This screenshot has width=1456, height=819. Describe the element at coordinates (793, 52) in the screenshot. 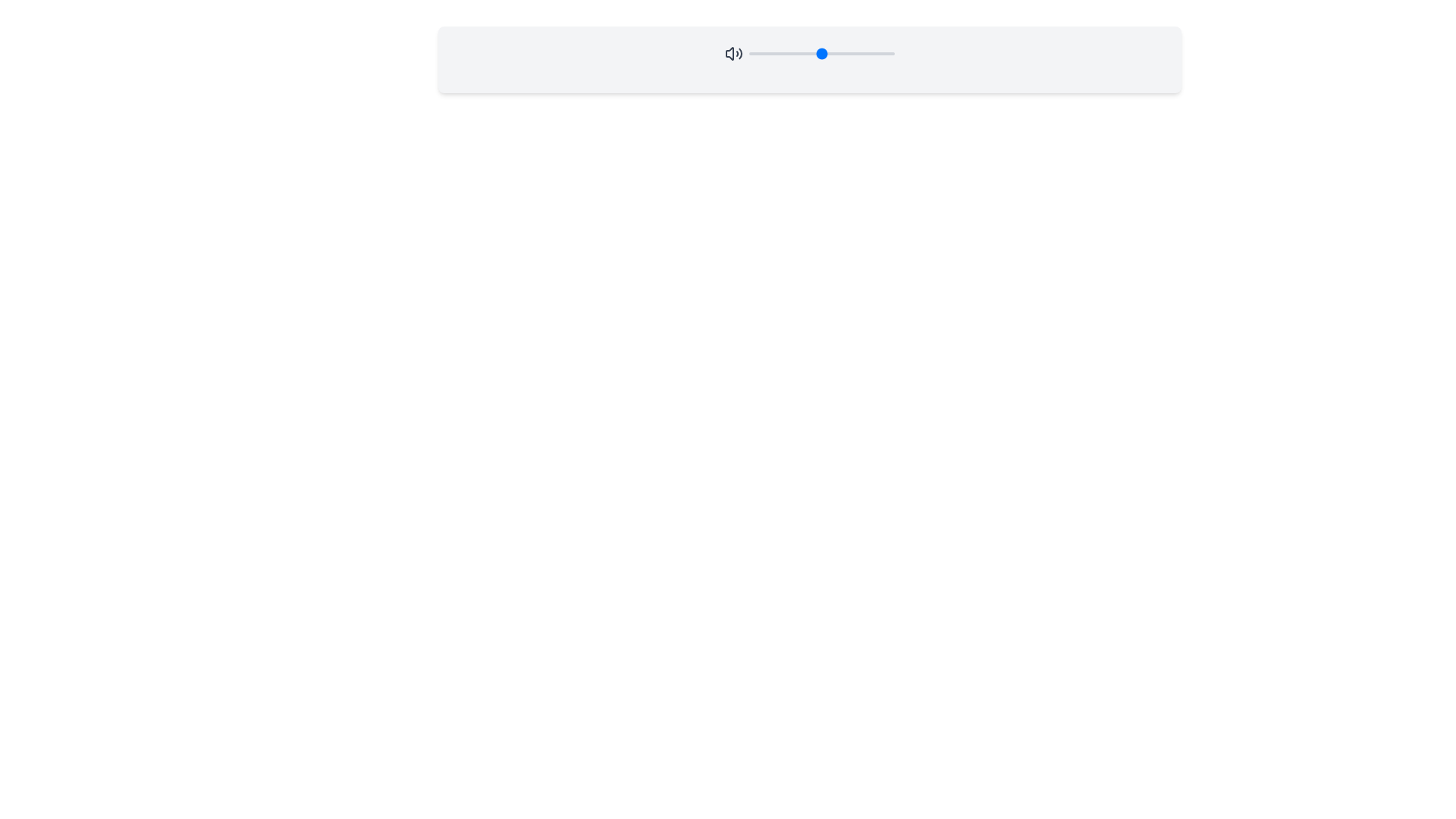

I see `volume level` at that location.